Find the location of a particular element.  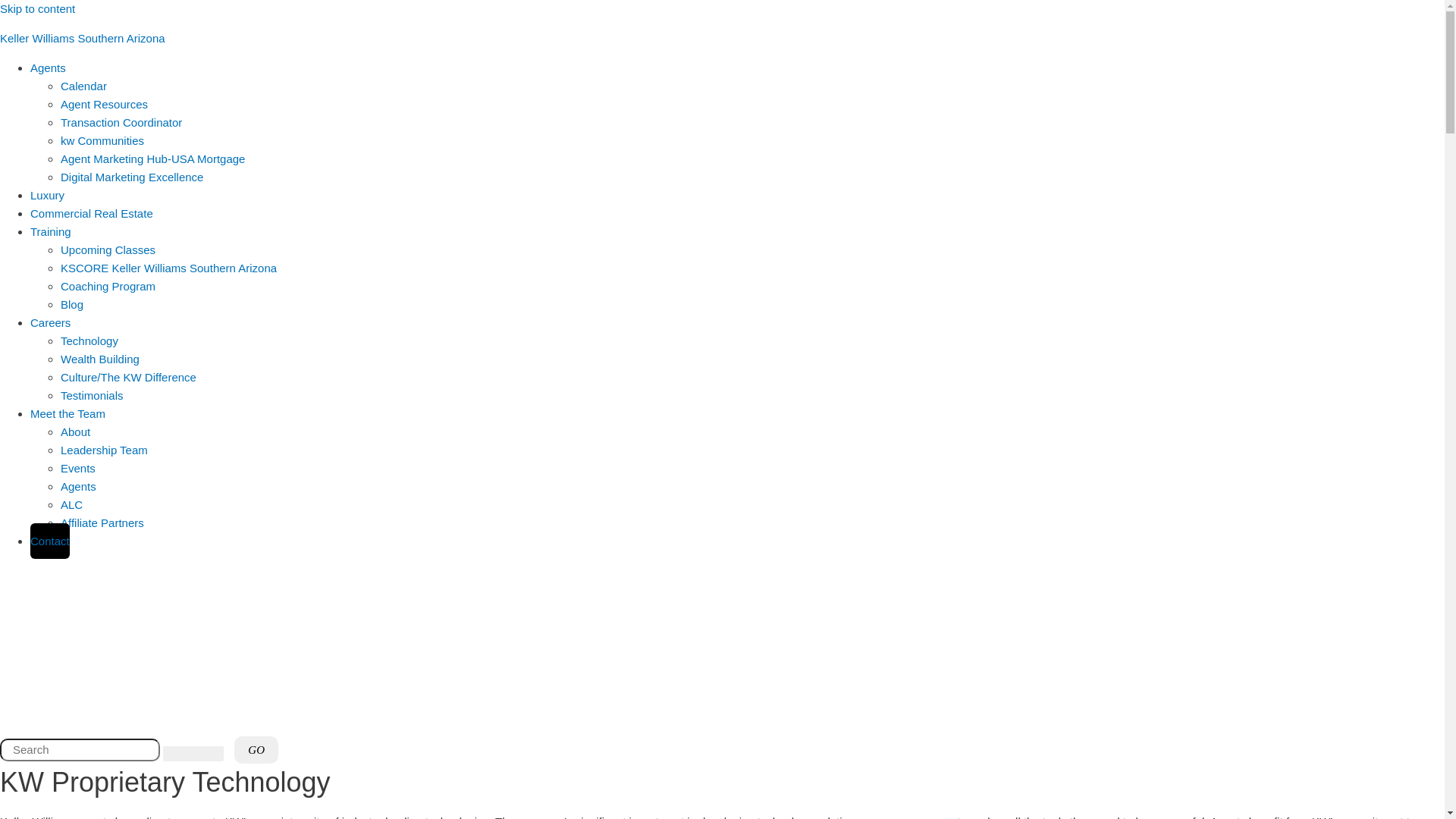

'ALC' is located at coordinates (71, 504).